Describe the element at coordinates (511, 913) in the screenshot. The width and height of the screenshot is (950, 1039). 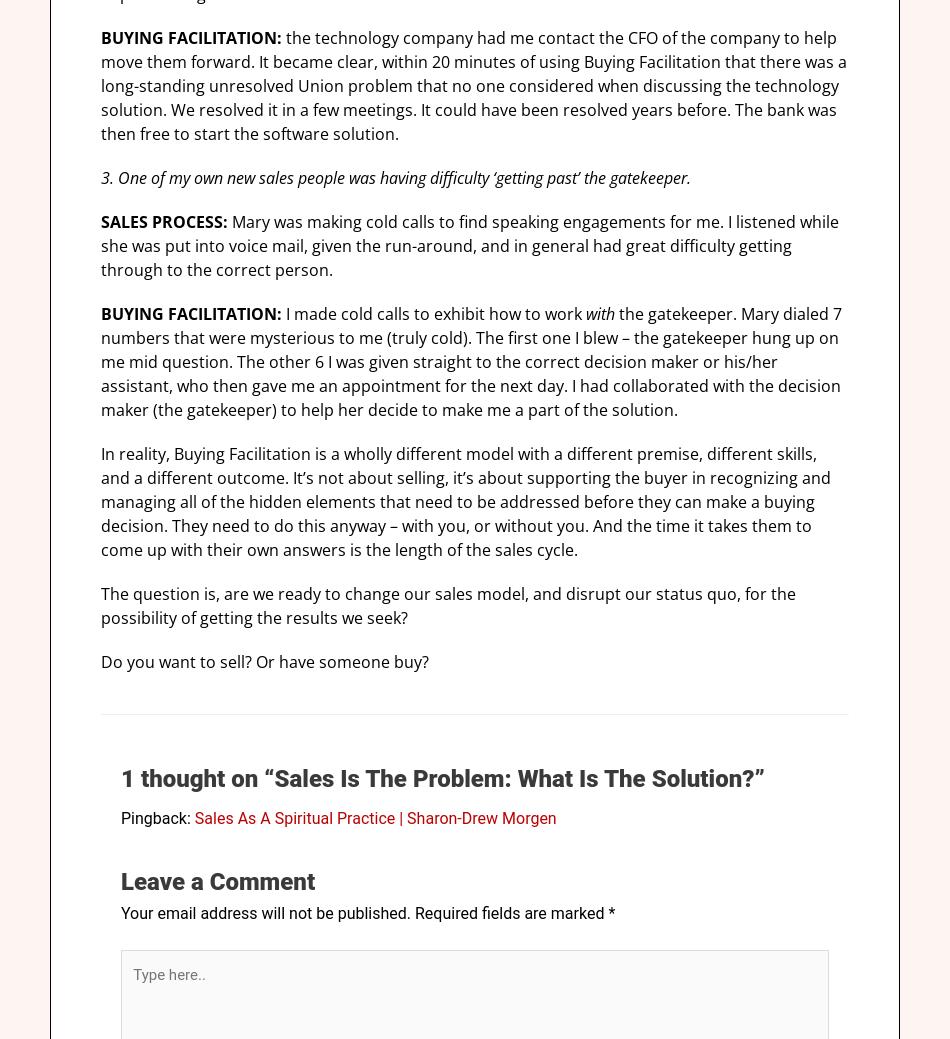
I see `'Required fields are marked'` at that location.